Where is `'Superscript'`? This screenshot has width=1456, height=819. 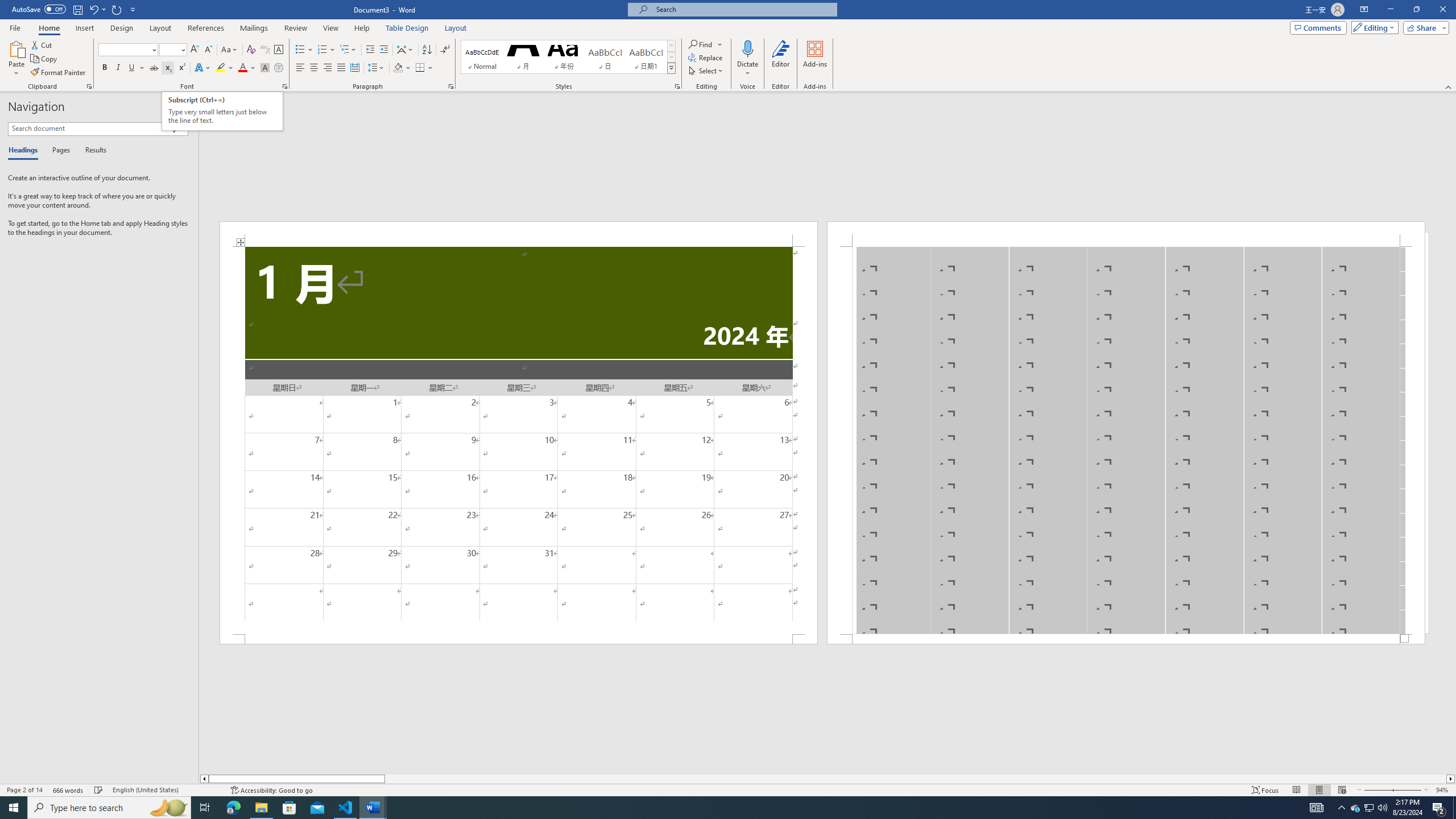 'Superscript' is located at coordinates (180, 67).